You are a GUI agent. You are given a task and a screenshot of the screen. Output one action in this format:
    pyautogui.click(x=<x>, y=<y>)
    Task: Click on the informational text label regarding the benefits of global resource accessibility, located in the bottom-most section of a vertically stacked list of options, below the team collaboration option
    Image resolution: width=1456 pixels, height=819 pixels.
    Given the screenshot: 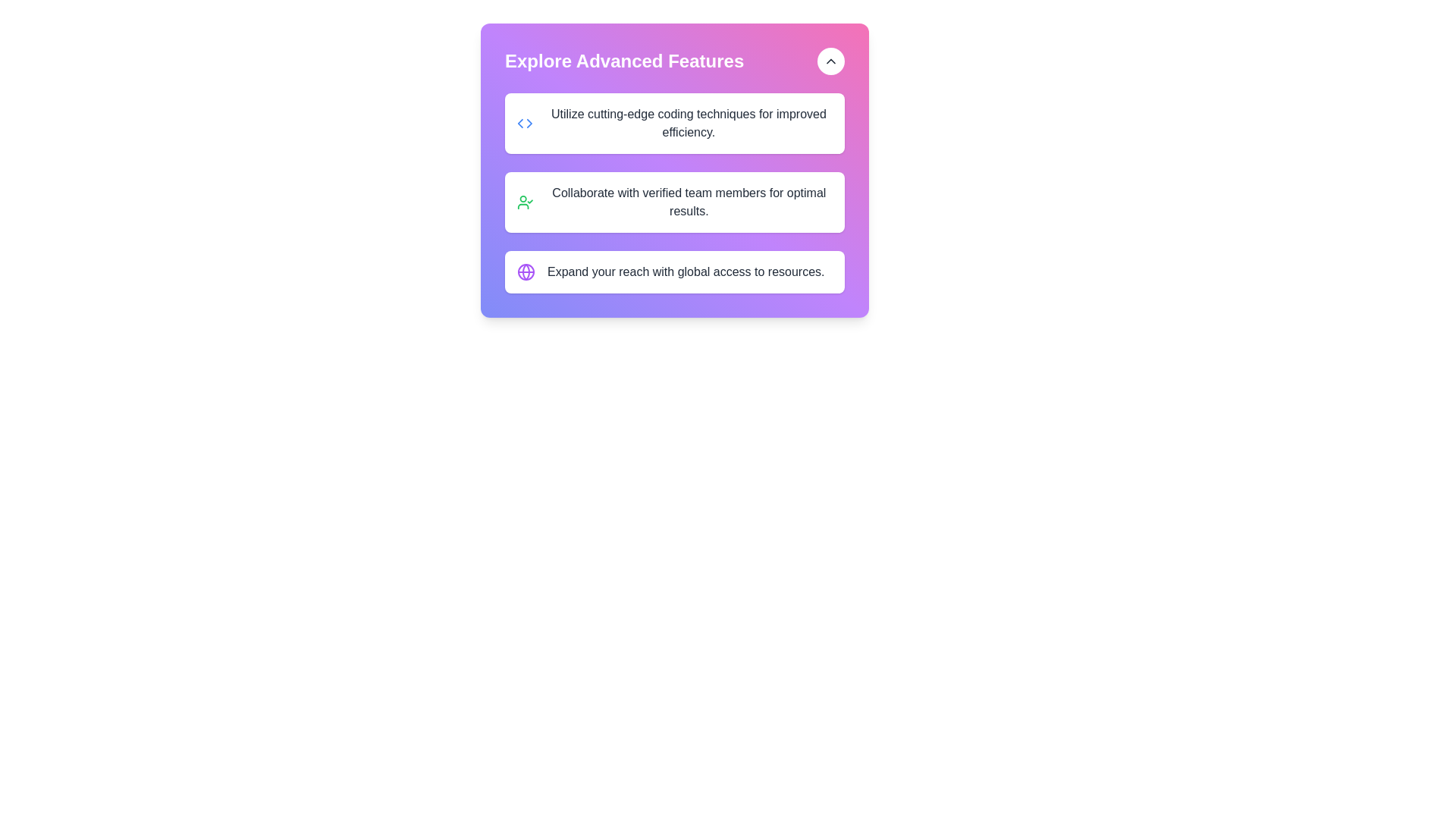 What is the action you would take?
    pyautogui.click(x=685, y=271)
    